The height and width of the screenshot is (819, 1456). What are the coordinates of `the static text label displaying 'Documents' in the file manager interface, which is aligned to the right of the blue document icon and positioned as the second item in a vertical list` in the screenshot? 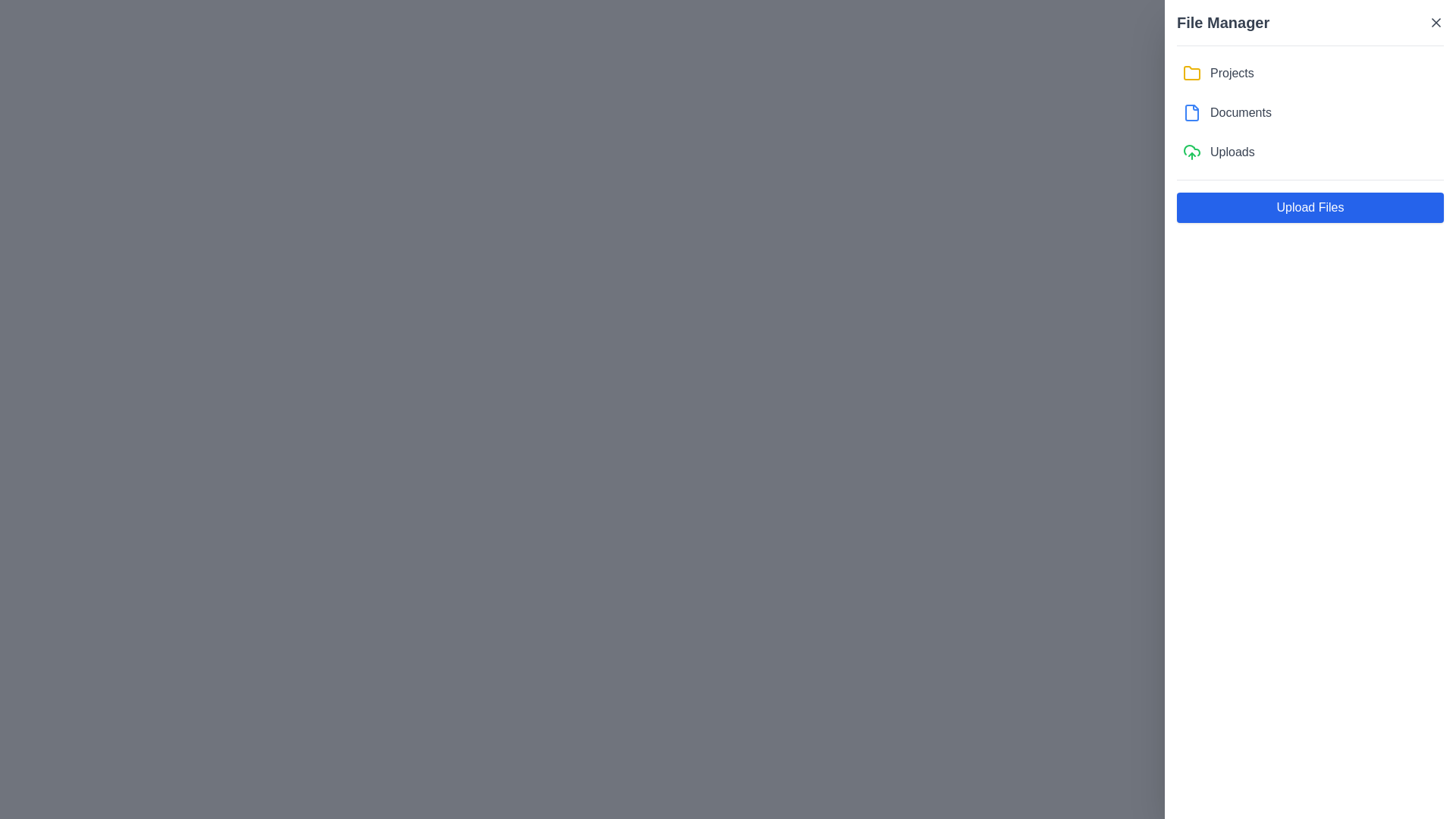 It's located at (1241, 112).